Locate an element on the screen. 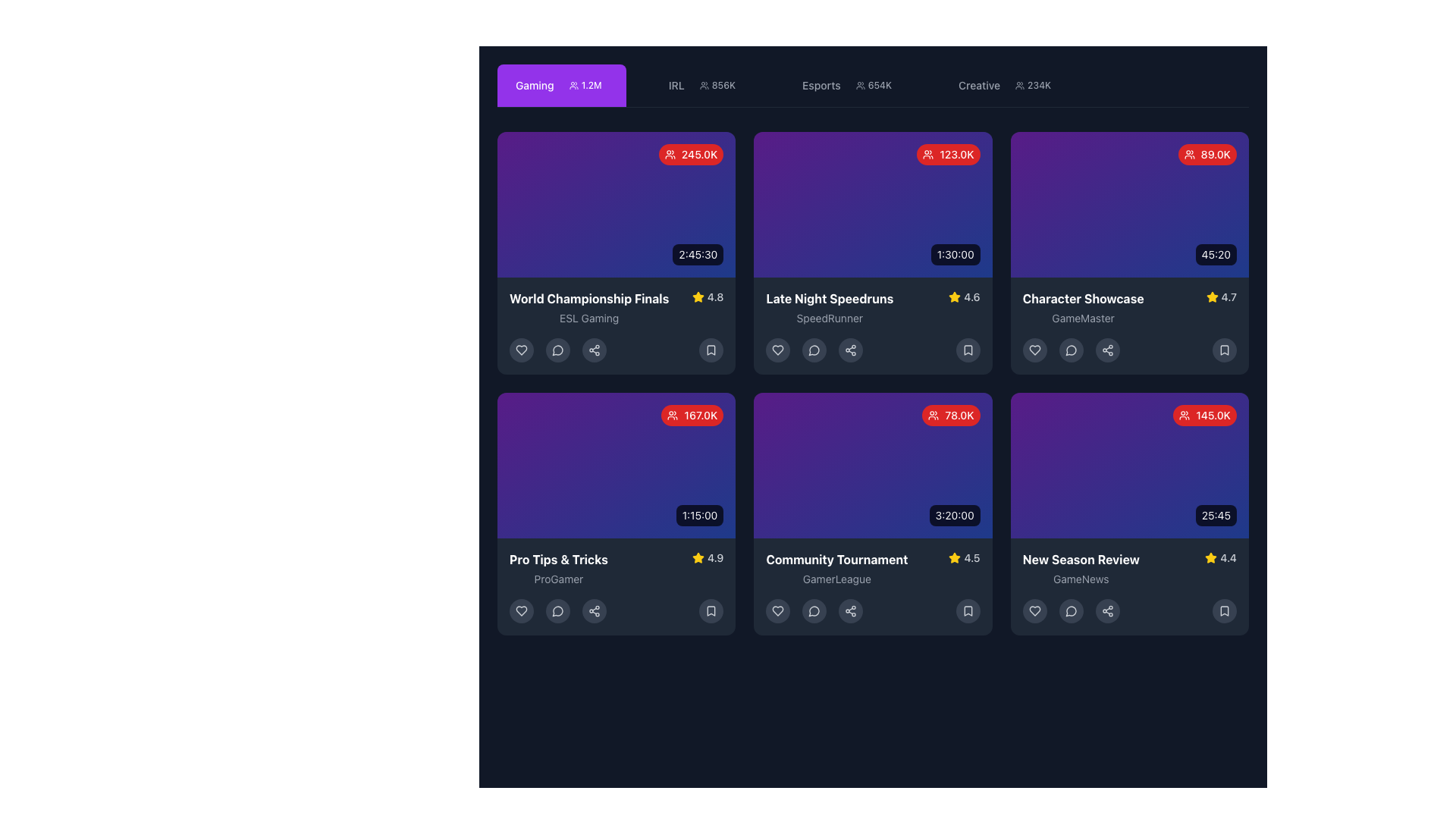 This screenshot has width=1456, height=819. the monochromatic bookmark icon located at the bottom right corner of the 'Character Showcase' card to see bookmark options is located at coordinates (1224, 350).